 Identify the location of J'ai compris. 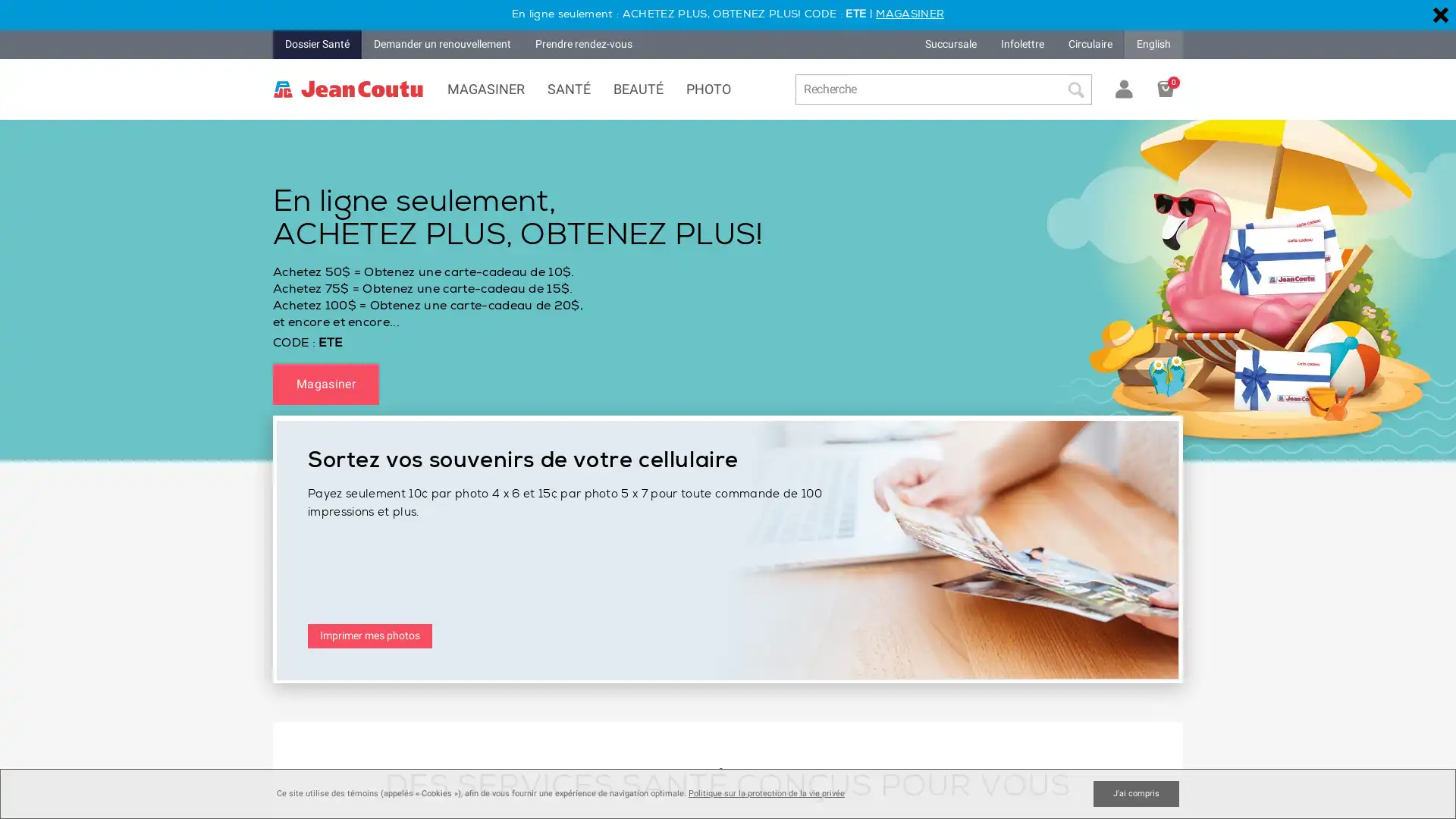
(1136, 792).